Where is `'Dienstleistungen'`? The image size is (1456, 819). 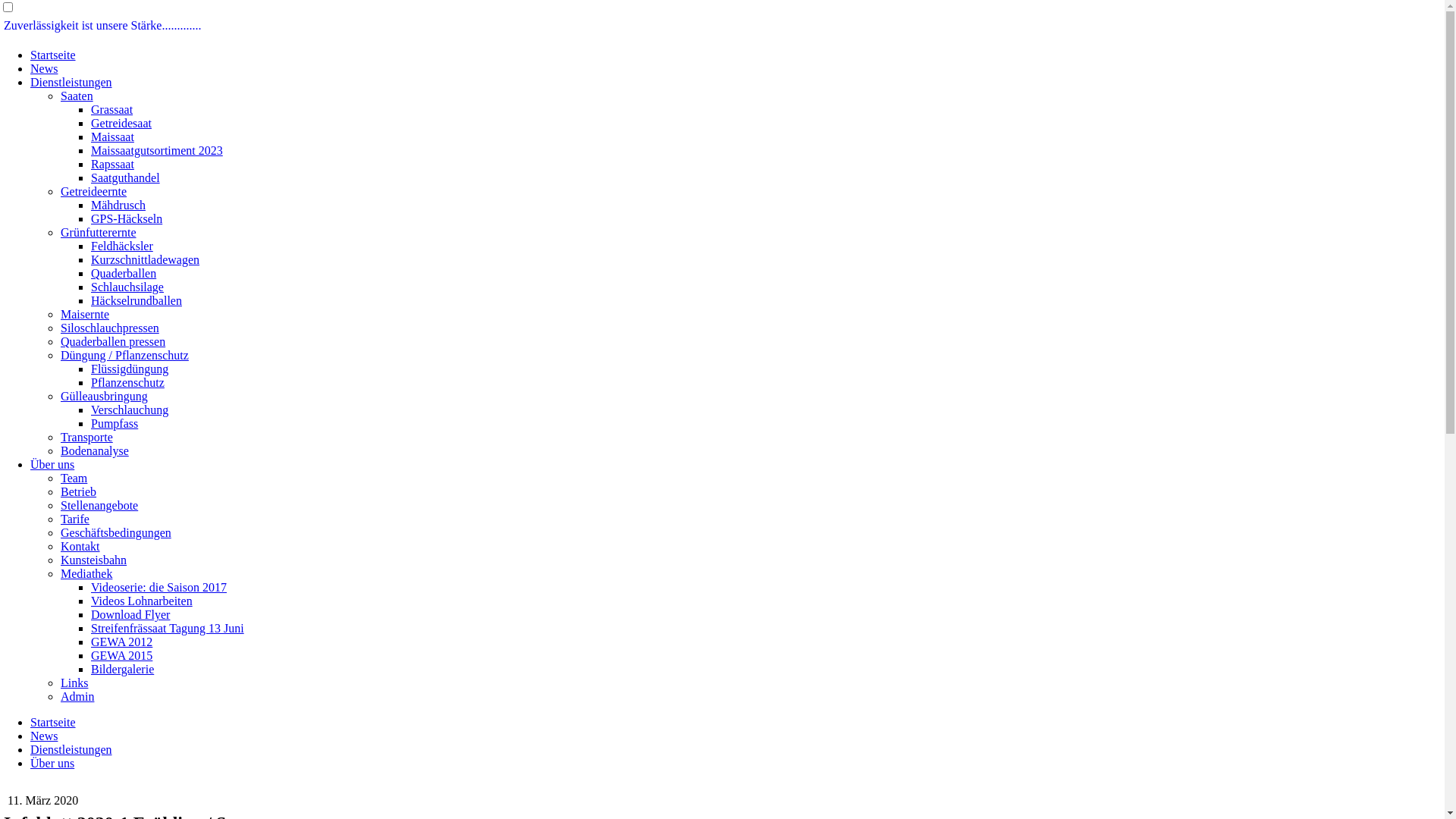 'Dienstleistungen' is located at coordinates (71, 748).